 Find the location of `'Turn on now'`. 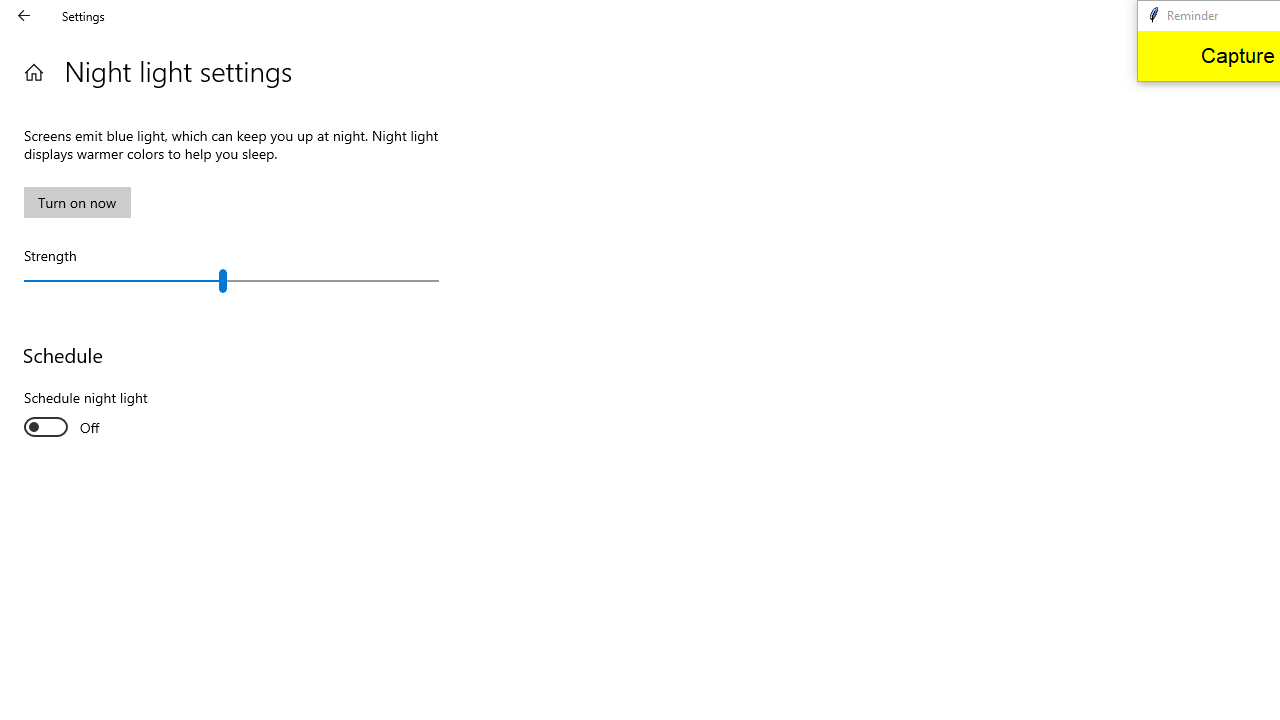

'Turn on now' is located at coordinates (77, 202).